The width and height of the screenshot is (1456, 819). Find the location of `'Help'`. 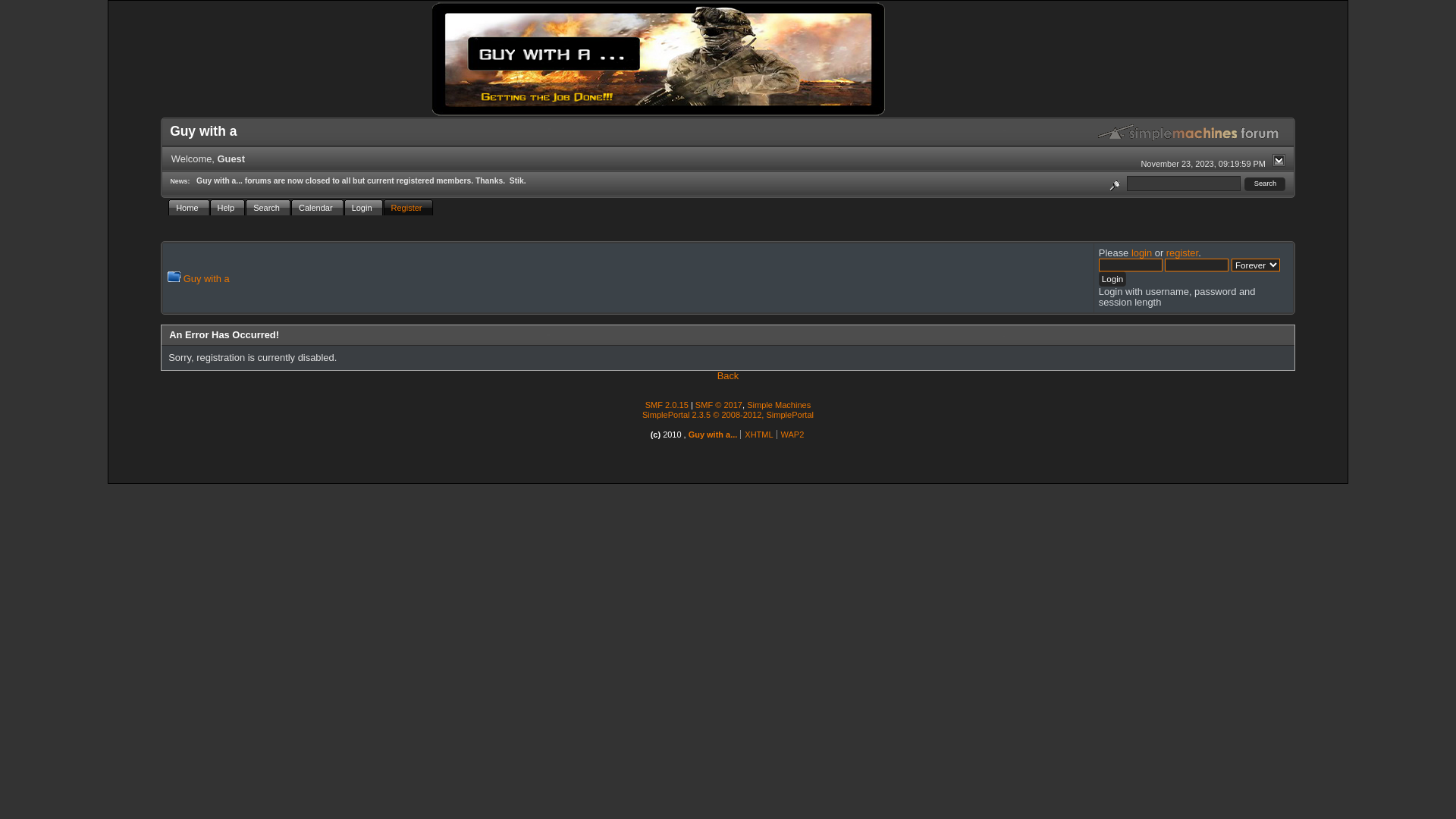

'Help' is located at coordinates (226, 207).